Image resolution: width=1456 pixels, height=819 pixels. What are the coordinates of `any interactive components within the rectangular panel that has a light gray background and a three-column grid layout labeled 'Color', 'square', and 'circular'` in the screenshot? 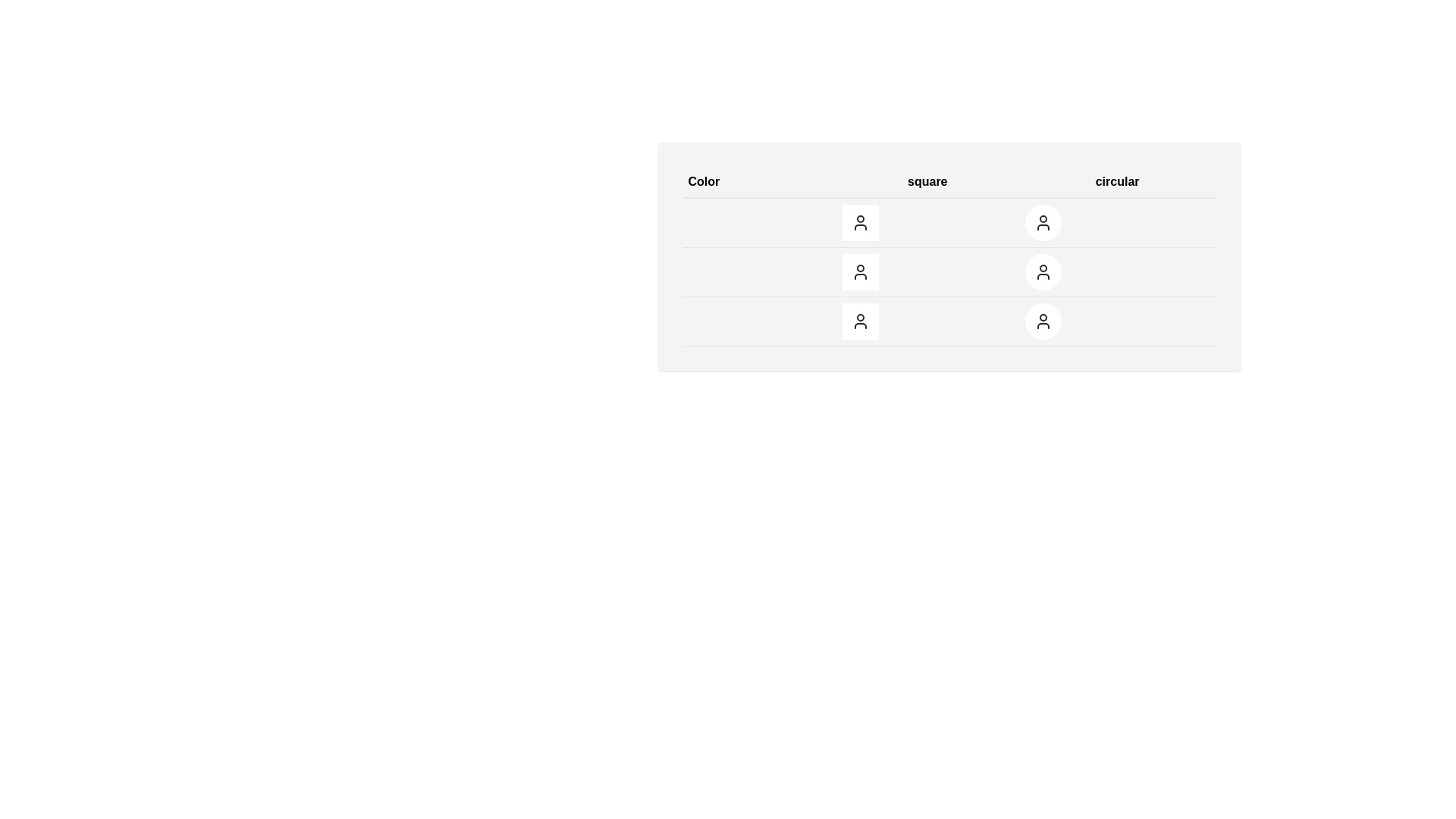 It's located at (948, 256).